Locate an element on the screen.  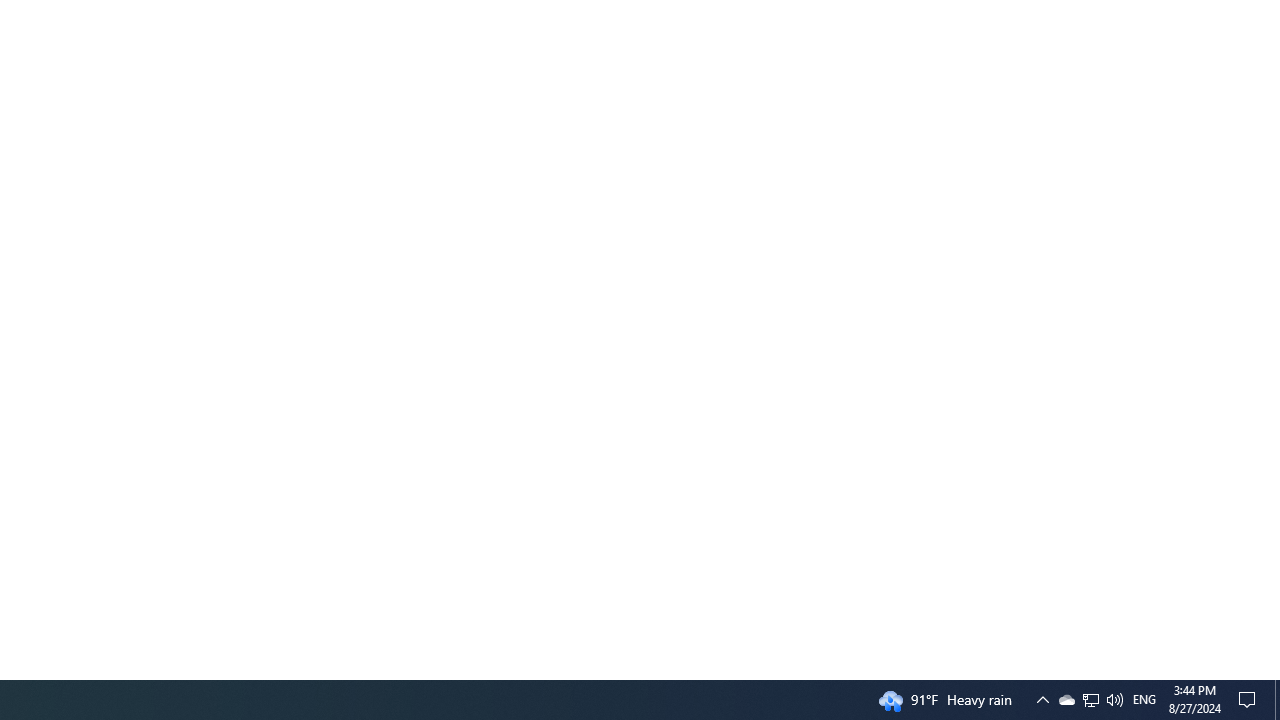
'Action Center, No new notifications' is located at coordinates (1250, 698).